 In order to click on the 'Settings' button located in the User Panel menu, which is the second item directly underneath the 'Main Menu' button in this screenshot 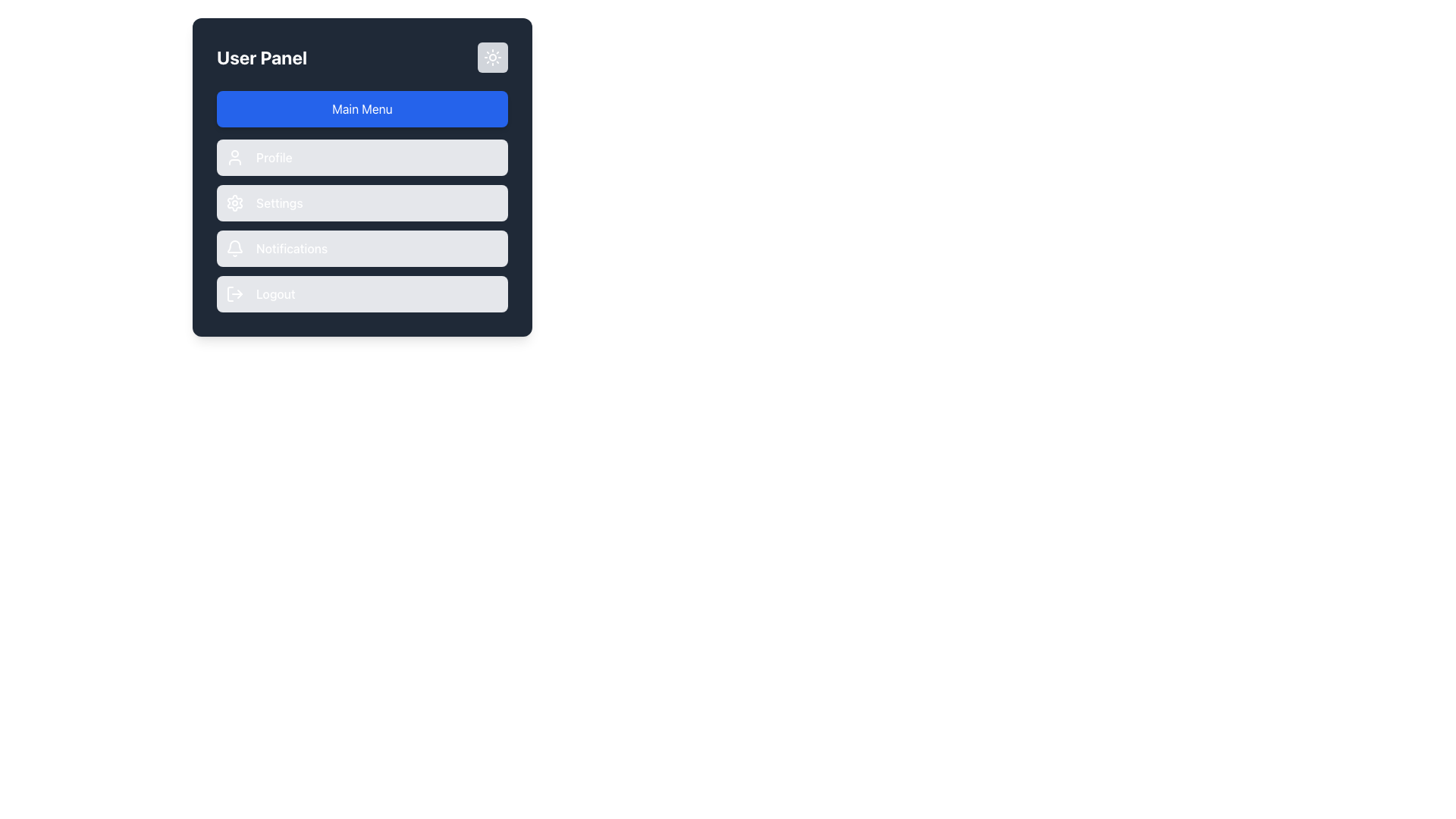, I will do `click(362, 225)`.